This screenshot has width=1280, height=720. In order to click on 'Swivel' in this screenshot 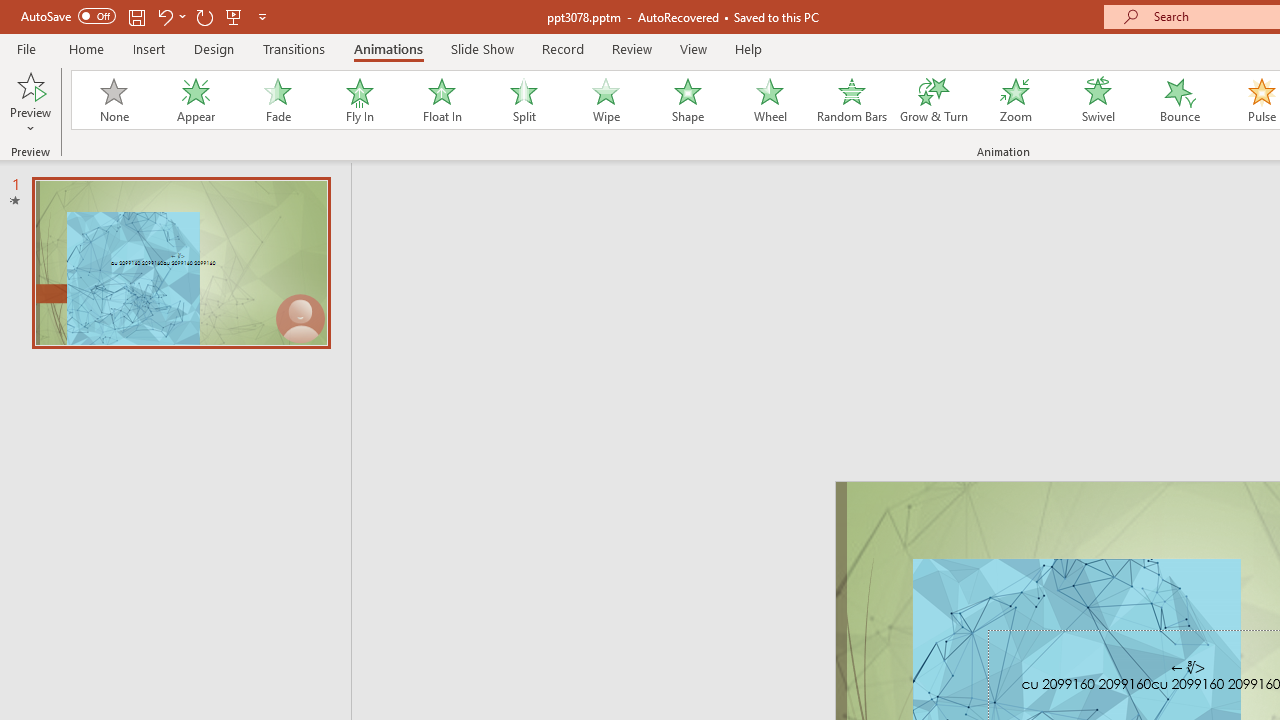, I will do `click(1097, 100)`.